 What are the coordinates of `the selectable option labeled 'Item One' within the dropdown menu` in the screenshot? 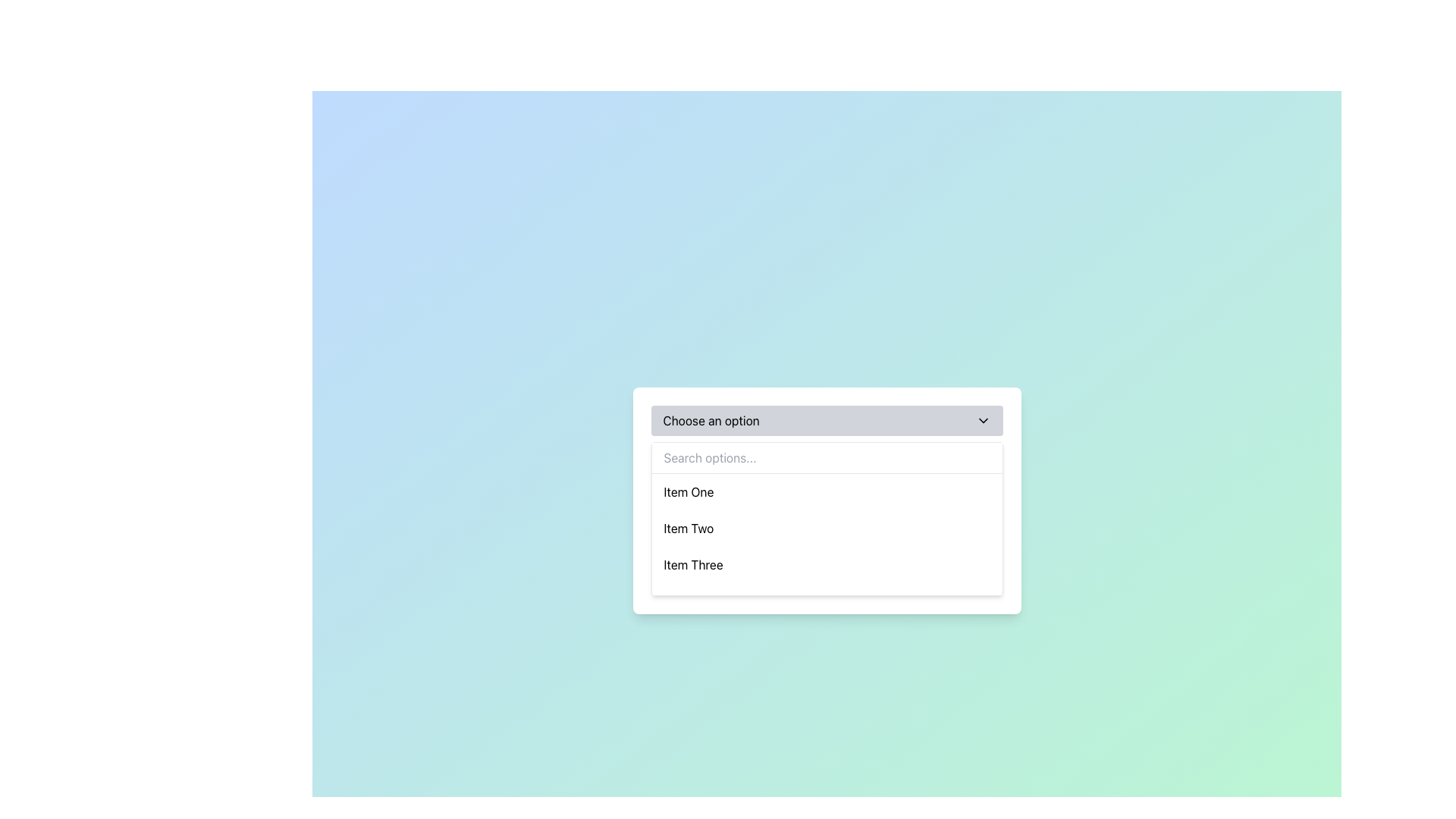 It's located at (687, 491).